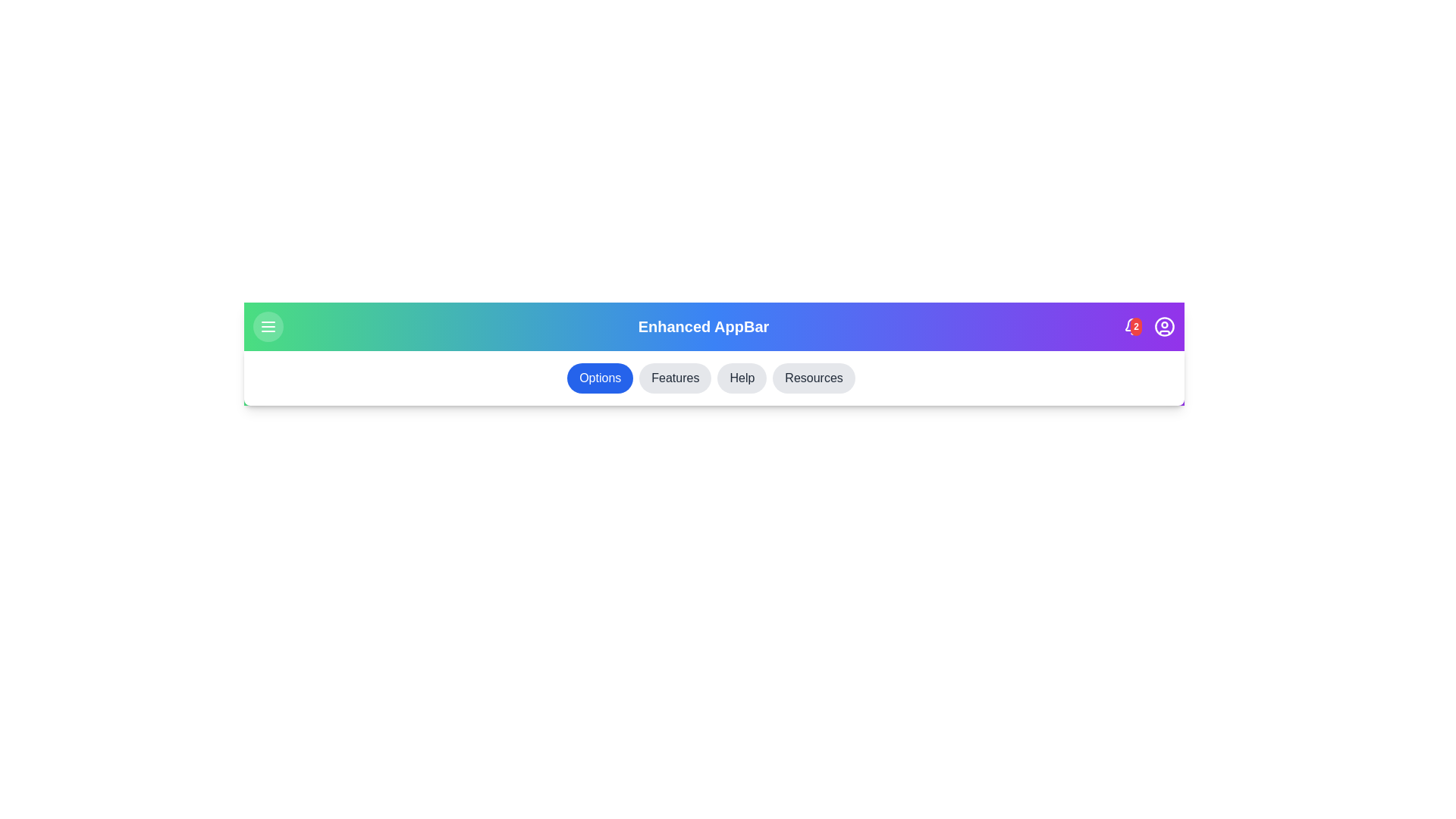 Image resolution: width=1456 pixels, height=819 pixels. I want to click on the user profile icon, so click(1164, 326).